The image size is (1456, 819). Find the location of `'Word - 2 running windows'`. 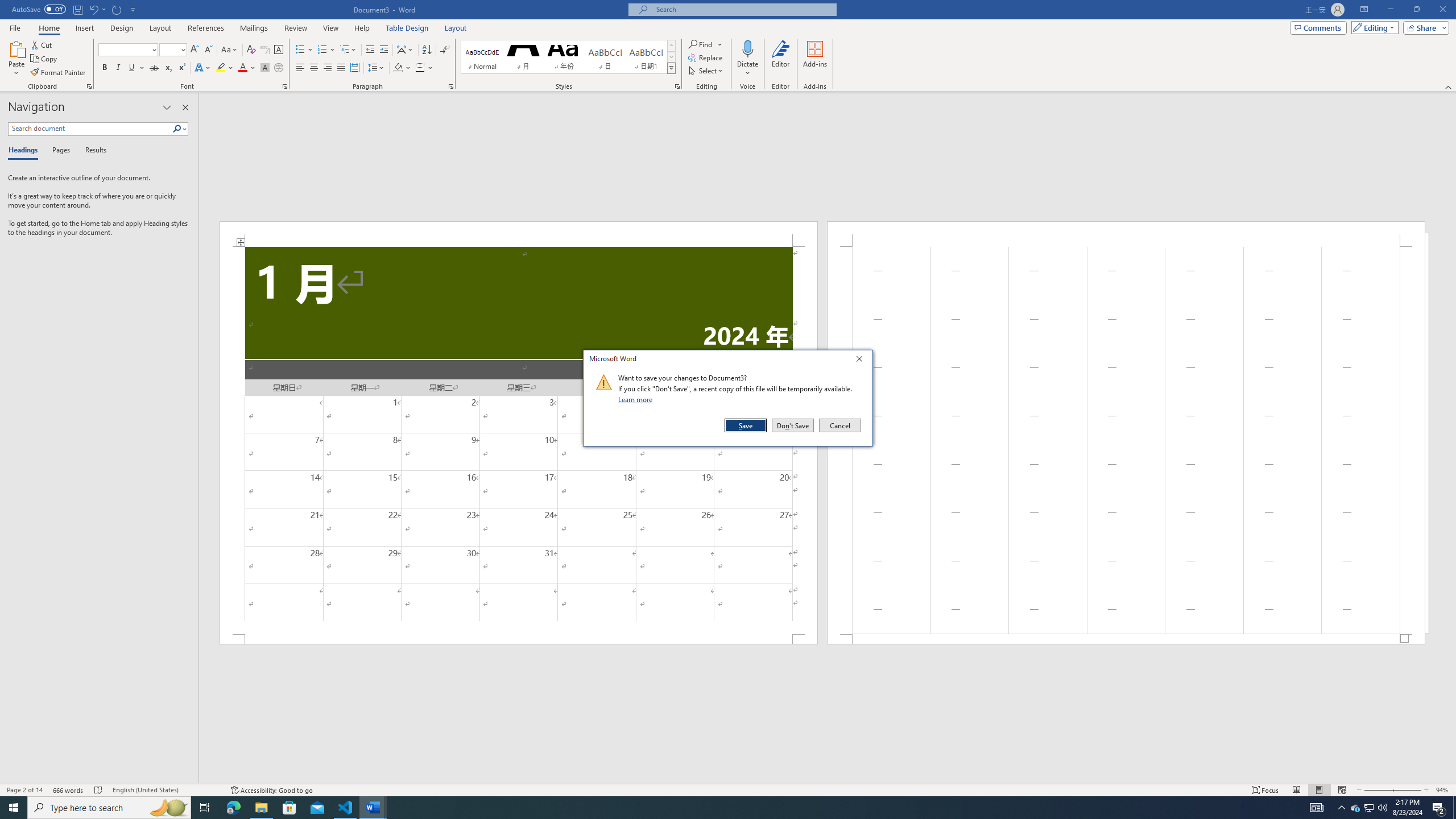

'Word - 2 running windows' is located at coordinates (373, 806).